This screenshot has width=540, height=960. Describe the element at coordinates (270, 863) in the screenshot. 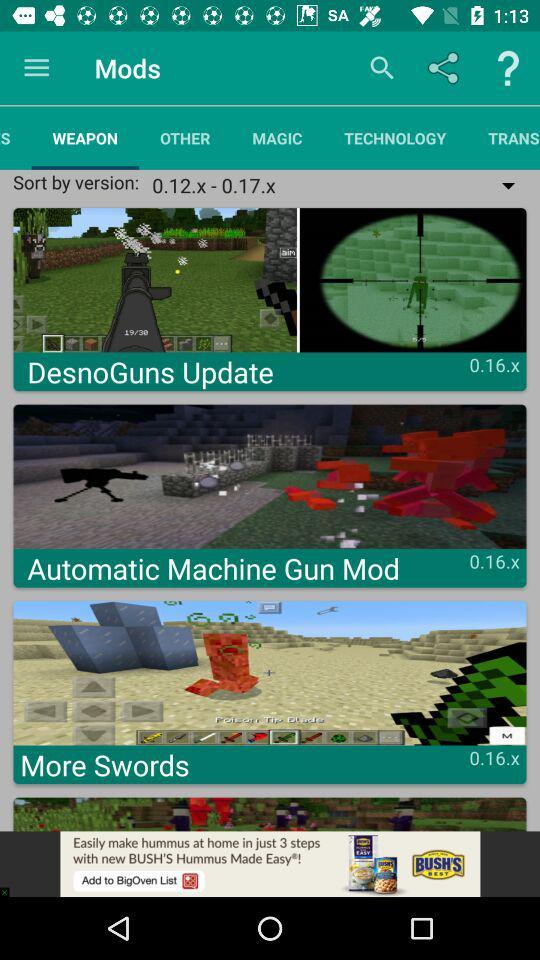

I see `advertise into minecraft gameplay` at that location.